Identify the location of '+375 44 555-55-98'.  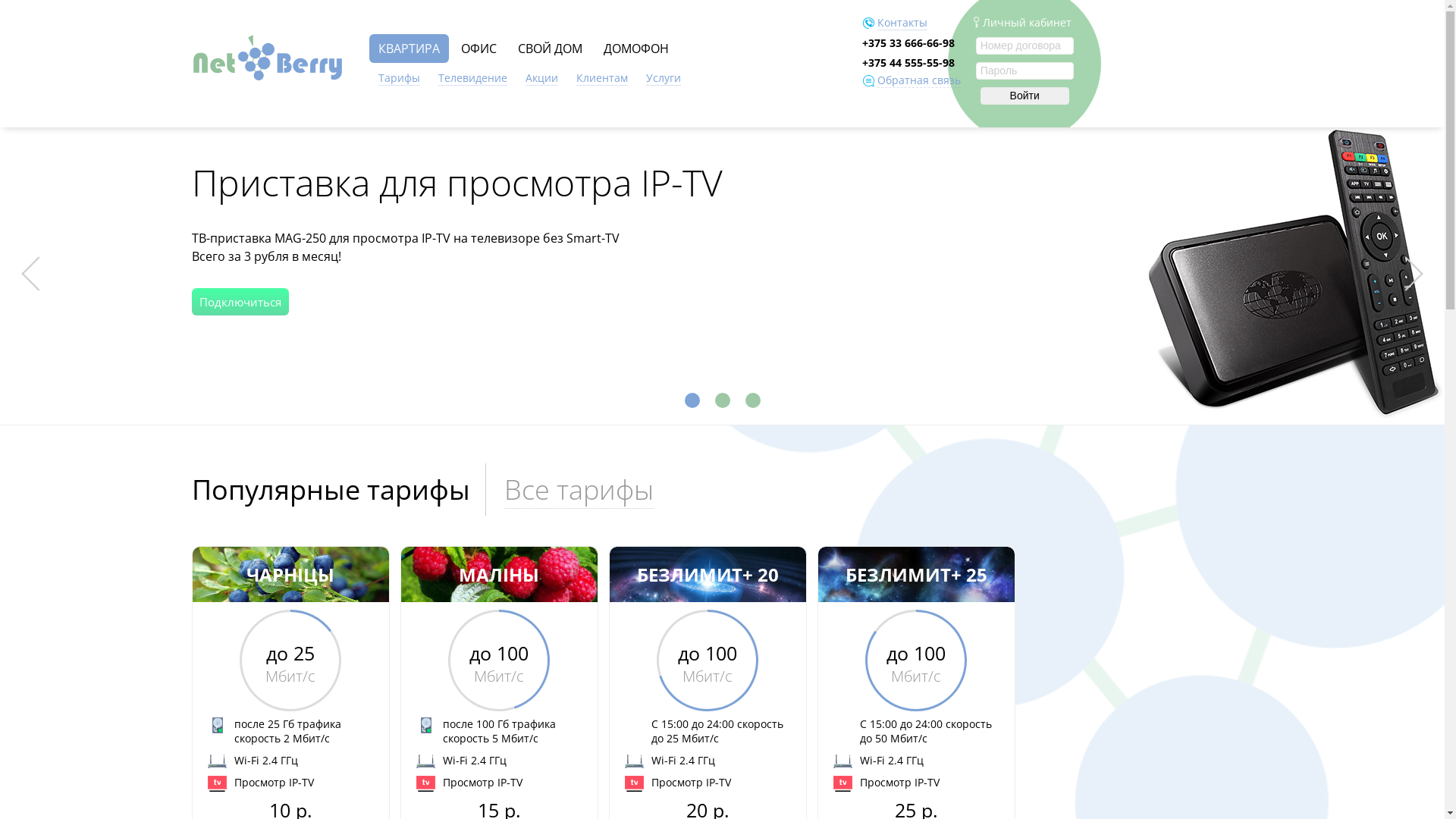
(907, 61).